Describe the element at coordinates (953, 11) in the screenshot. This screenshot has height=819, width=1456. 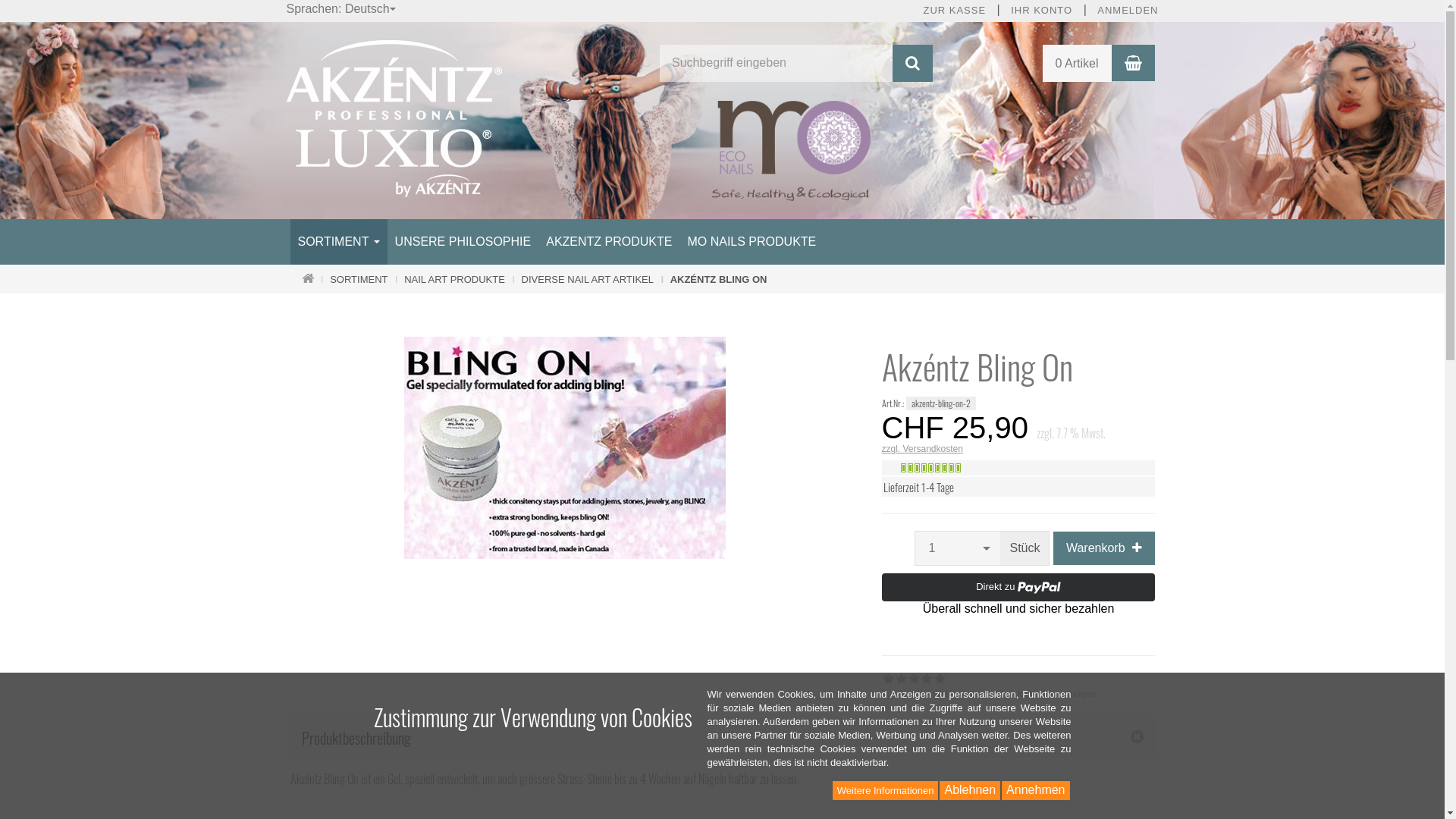
I see `'ZUR KASSE'` at that location.